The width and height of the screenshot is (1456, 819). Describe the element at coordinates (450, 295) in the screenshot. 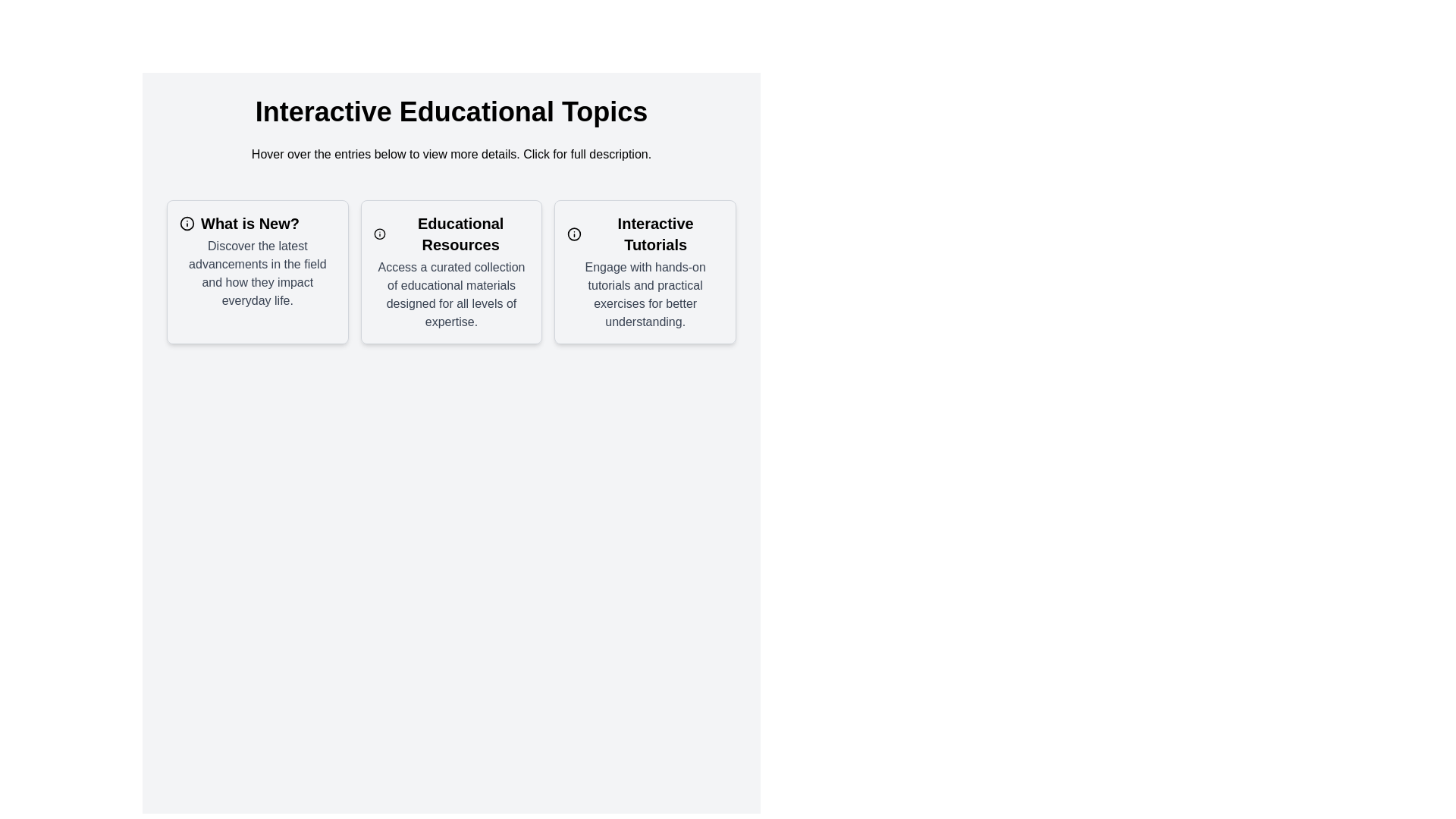

I see `the paragraph of text styled in gray color within the bordered card labeled 'Educational Resources'. This text describes the availability of educational materials` at that location.